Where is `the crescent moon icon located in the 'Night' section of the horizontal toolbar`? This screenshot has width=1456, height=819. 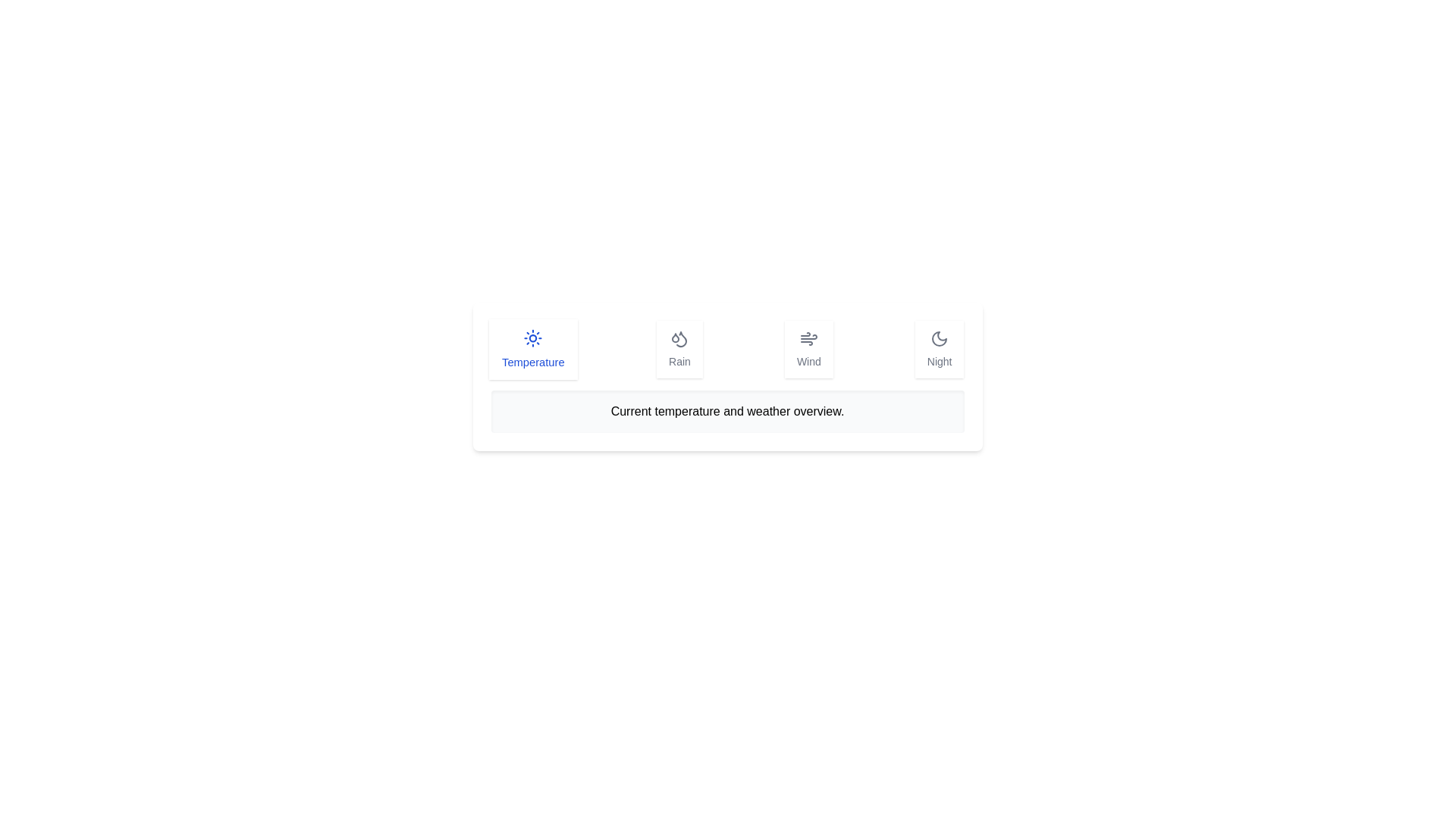
the crescent moon icon located in the 'Night' section of the horizontal toolbar is located at coordinates (938, 338).